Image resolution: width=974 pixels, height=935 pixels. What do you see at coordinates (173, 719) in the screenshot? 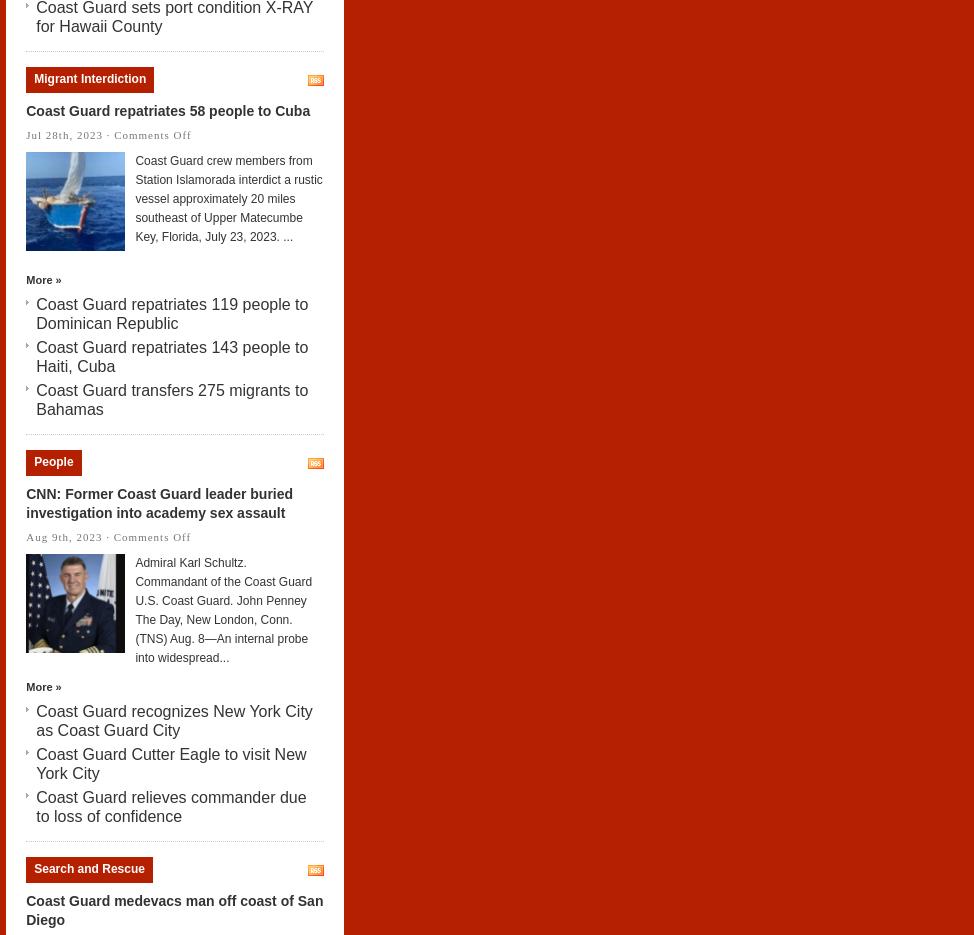
I see `'Coast Guard recognizes New York City as Coast Guard City'` at bounding box center [173, 719].